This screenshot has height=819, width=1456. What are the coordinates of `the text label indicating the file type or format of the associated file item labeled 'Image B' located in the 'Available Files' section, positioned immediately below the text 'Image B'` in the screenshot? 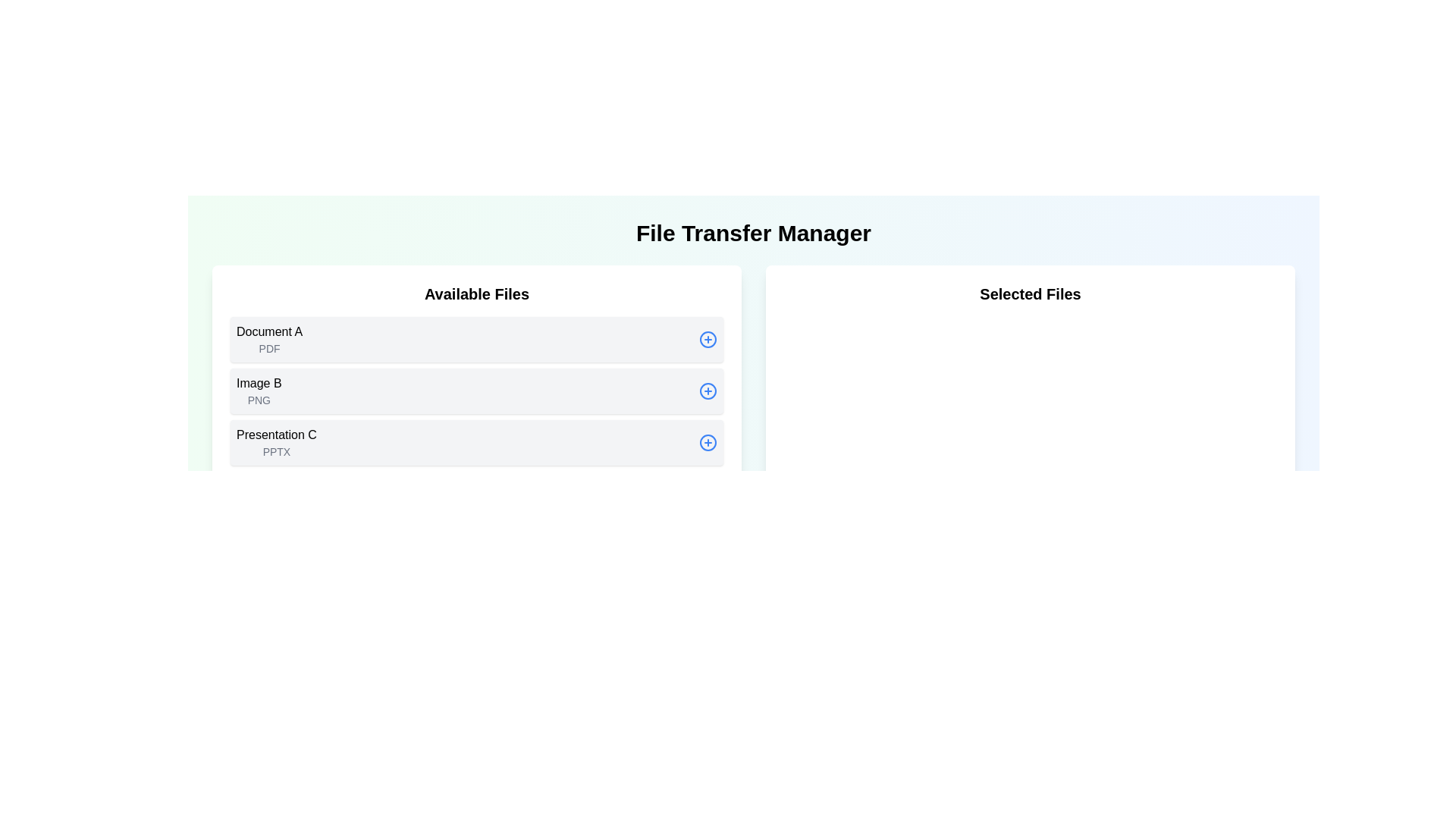 It's located at (259, 400).